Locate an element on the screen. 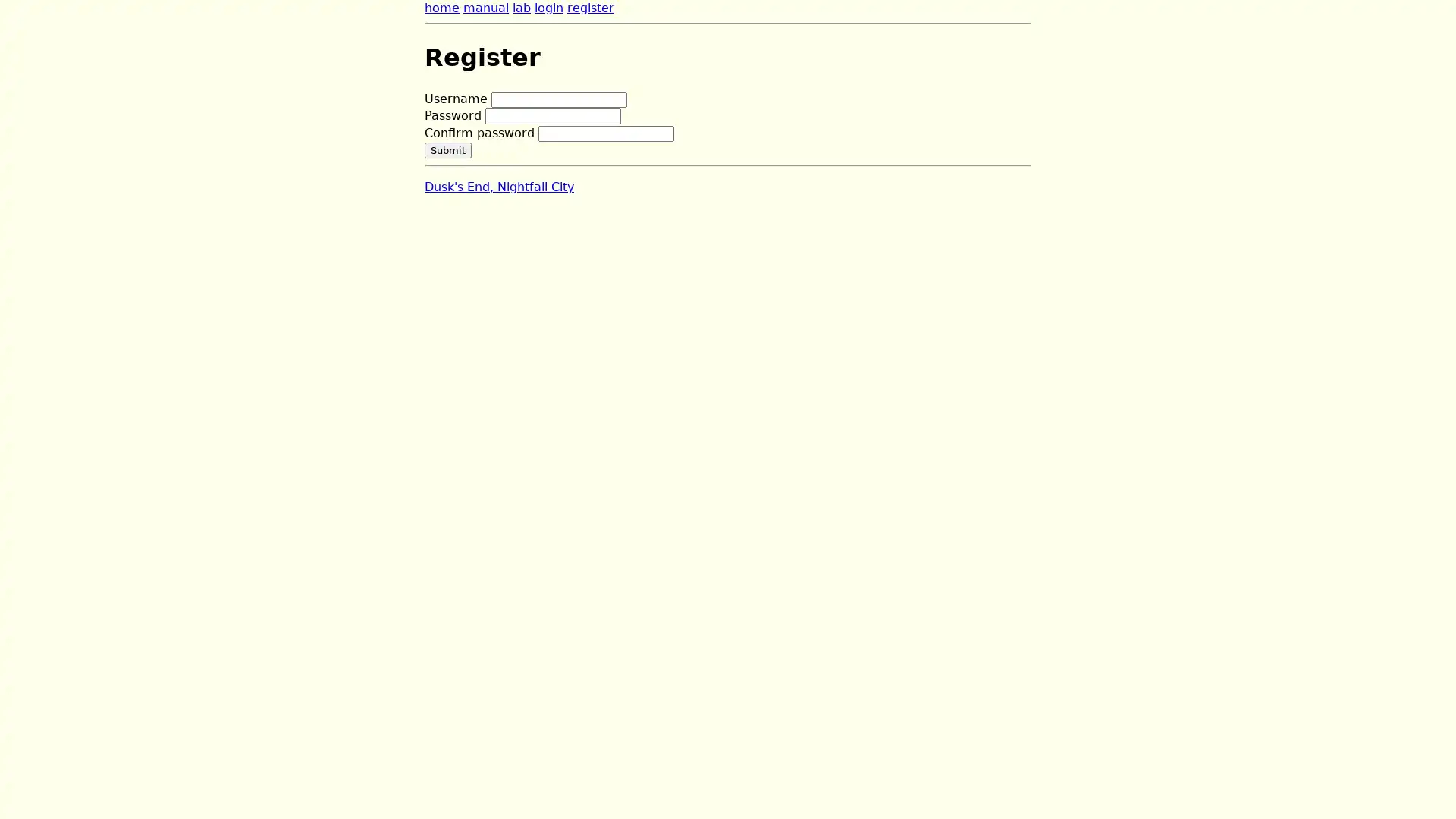 The width and height of the screenshot is (1456, 819). Submit is located at coordinates (447, 150).